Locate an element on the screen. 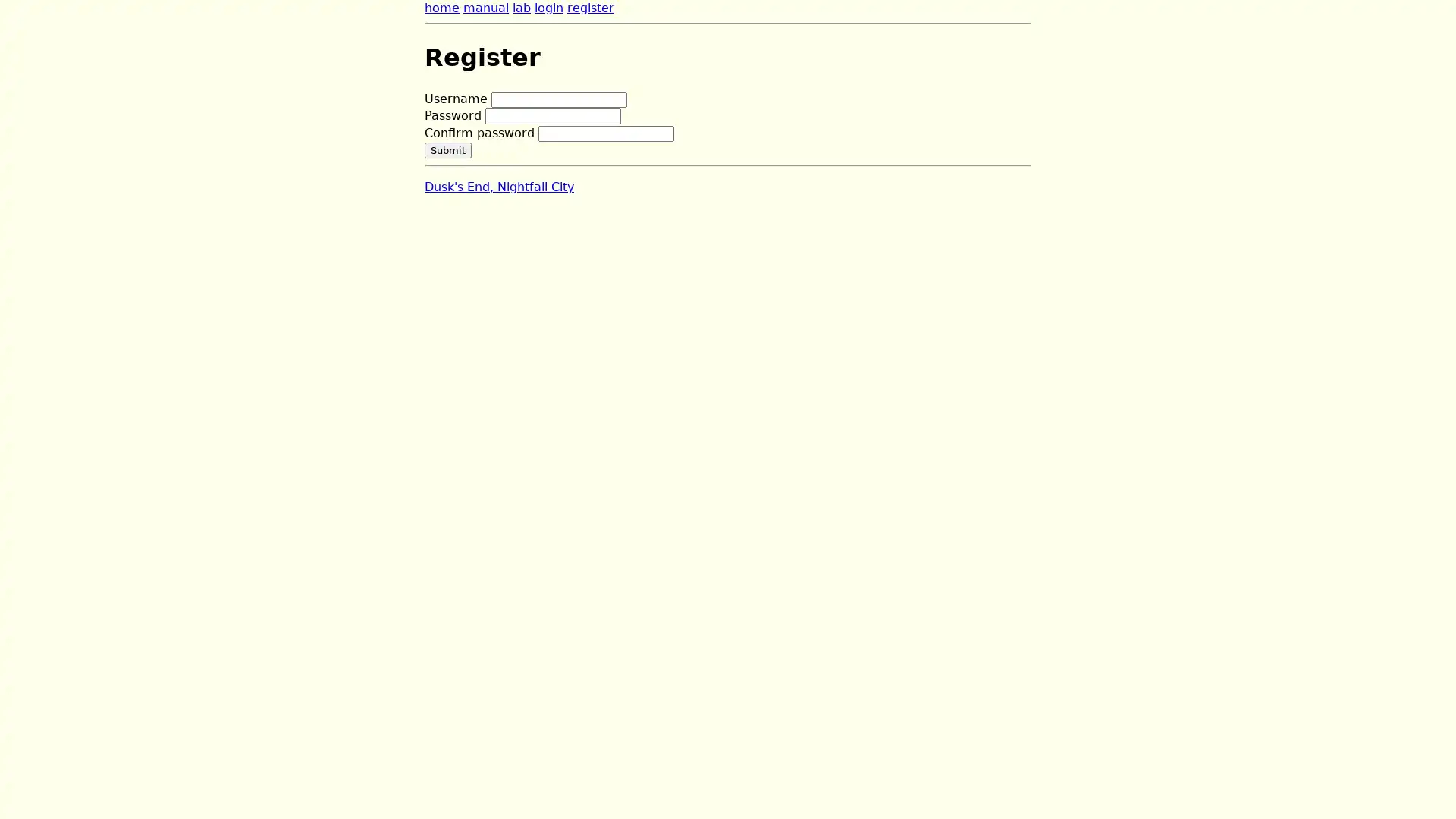 The width and height of the screenshot is (1456, 819). Submit is located at coordinates (447, 150).